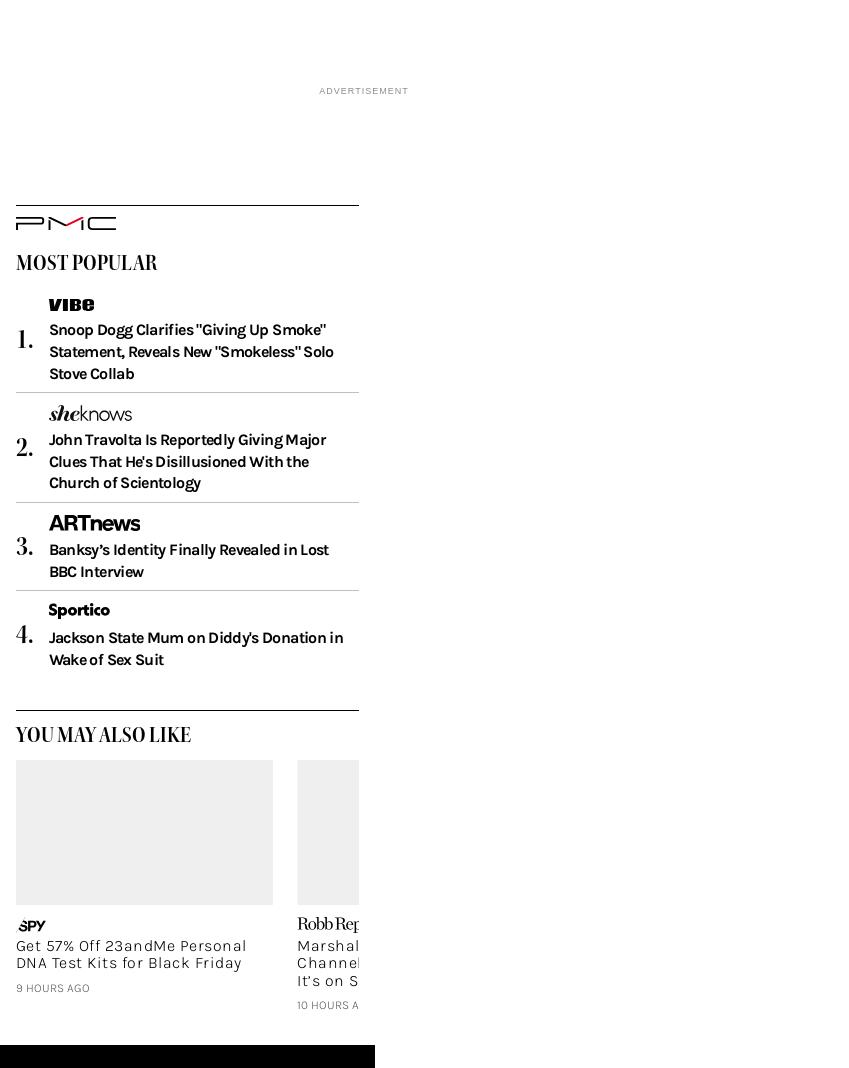 The image size is (849, 1068). I want to click on 'Get 57% Off 23andMe Personal DNA Test Kits for Black Friday', so click(129, 985).